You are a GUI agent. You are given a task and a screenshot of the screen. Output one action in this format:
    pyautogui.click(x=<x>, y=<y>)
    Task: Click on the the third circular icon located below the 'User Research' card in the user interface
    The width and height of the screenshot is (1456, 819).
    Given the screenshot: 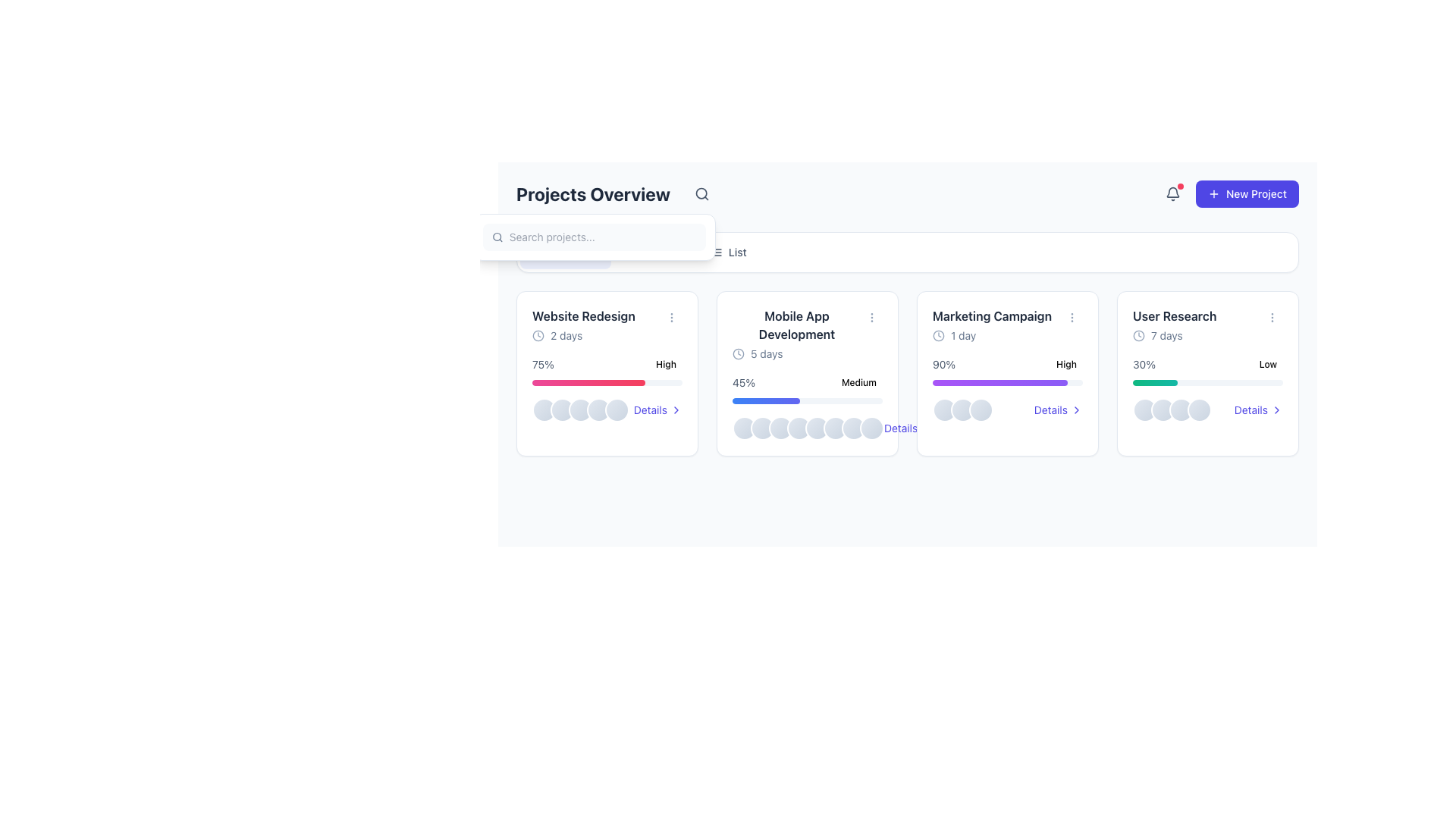 What is the action you would take?
    pyautogui.click(x=1181, y=409)
    